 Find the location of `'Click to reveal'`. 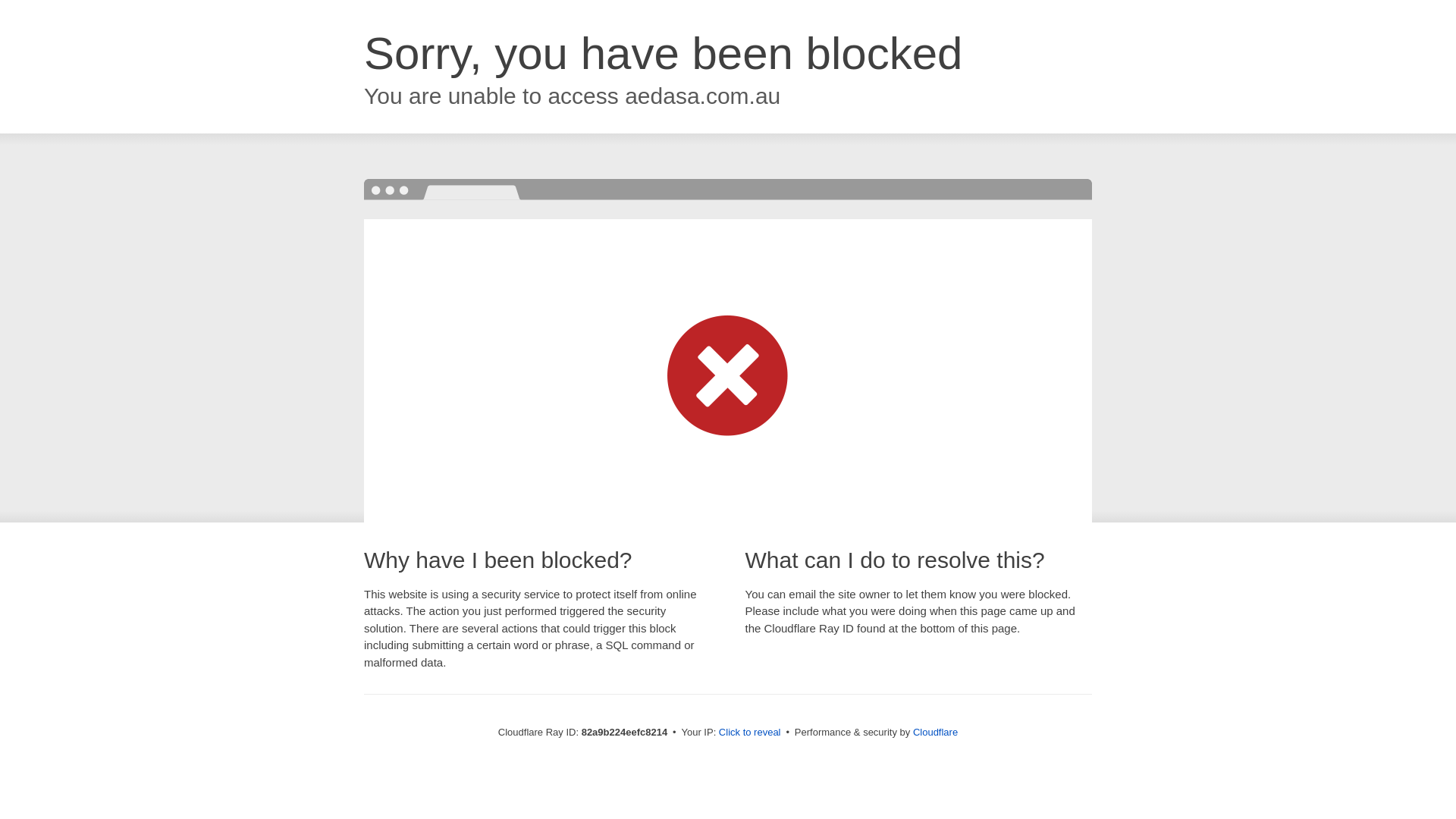

'Click to reveal' is located at coordinates (749, 731).